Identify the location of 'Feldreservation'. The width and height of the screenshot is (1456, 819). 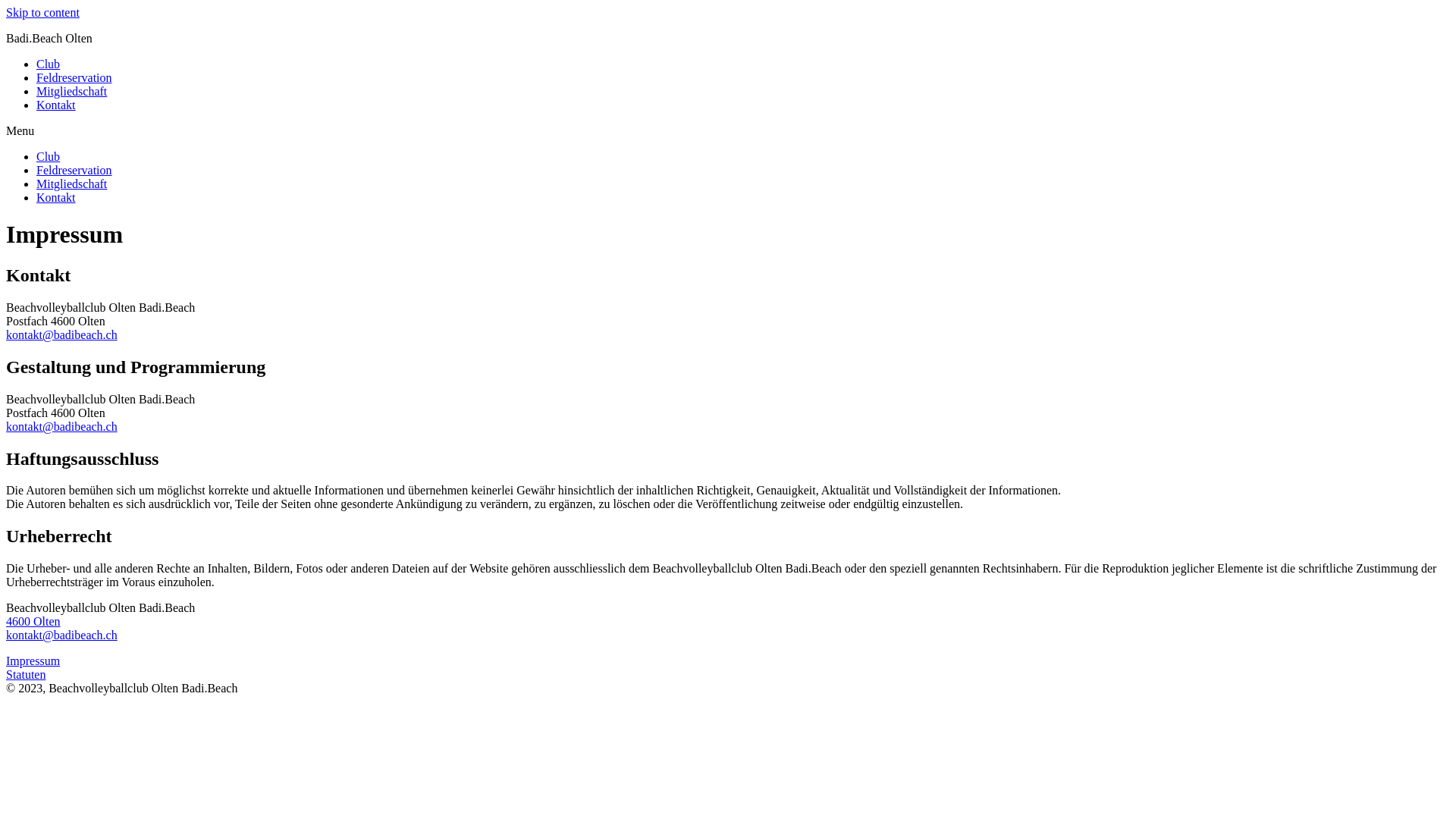
(73, 77).